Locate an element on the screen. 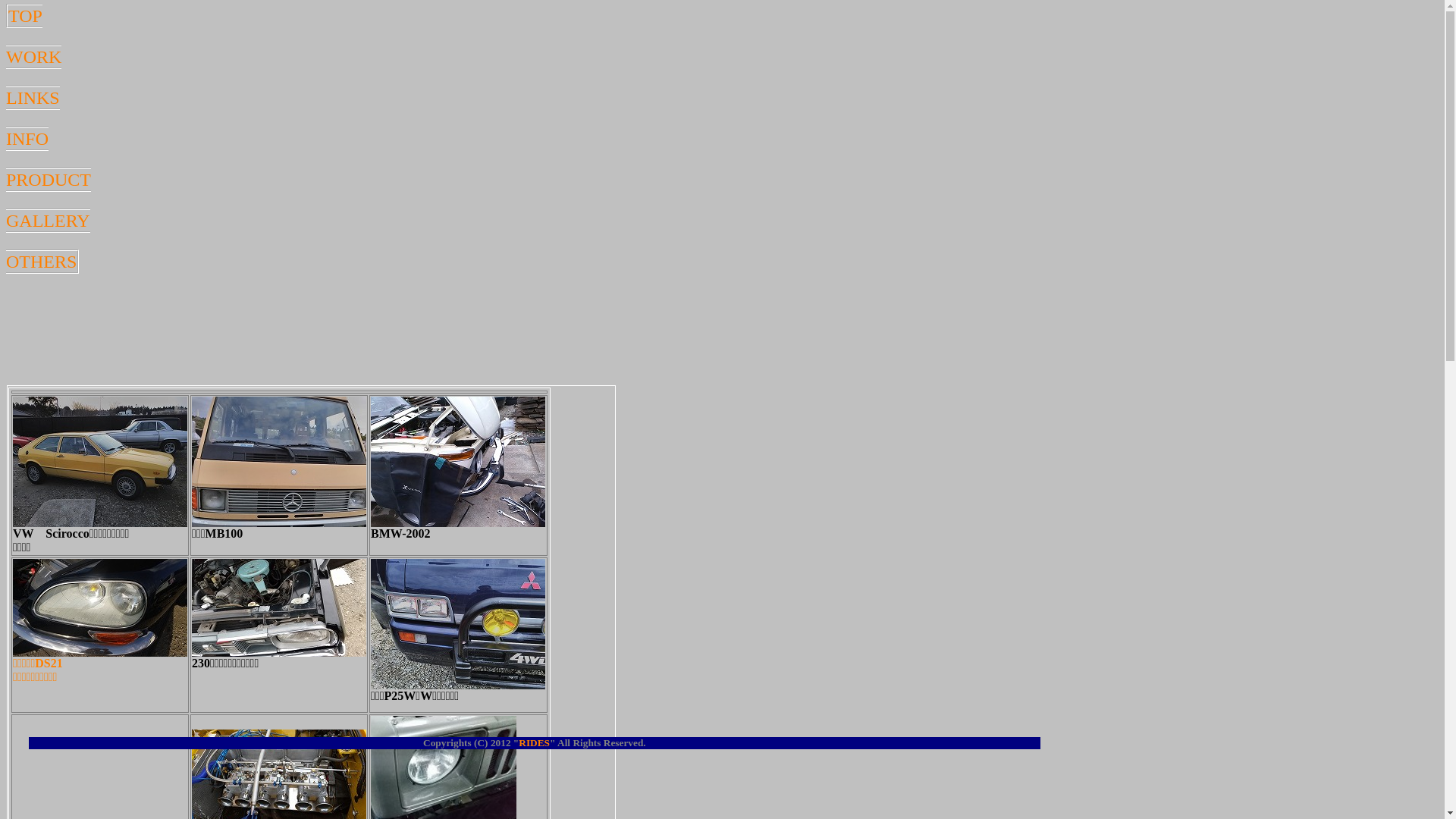 The image size is (1456, 819). 'RIDES' is located at coordinates (534, 742).